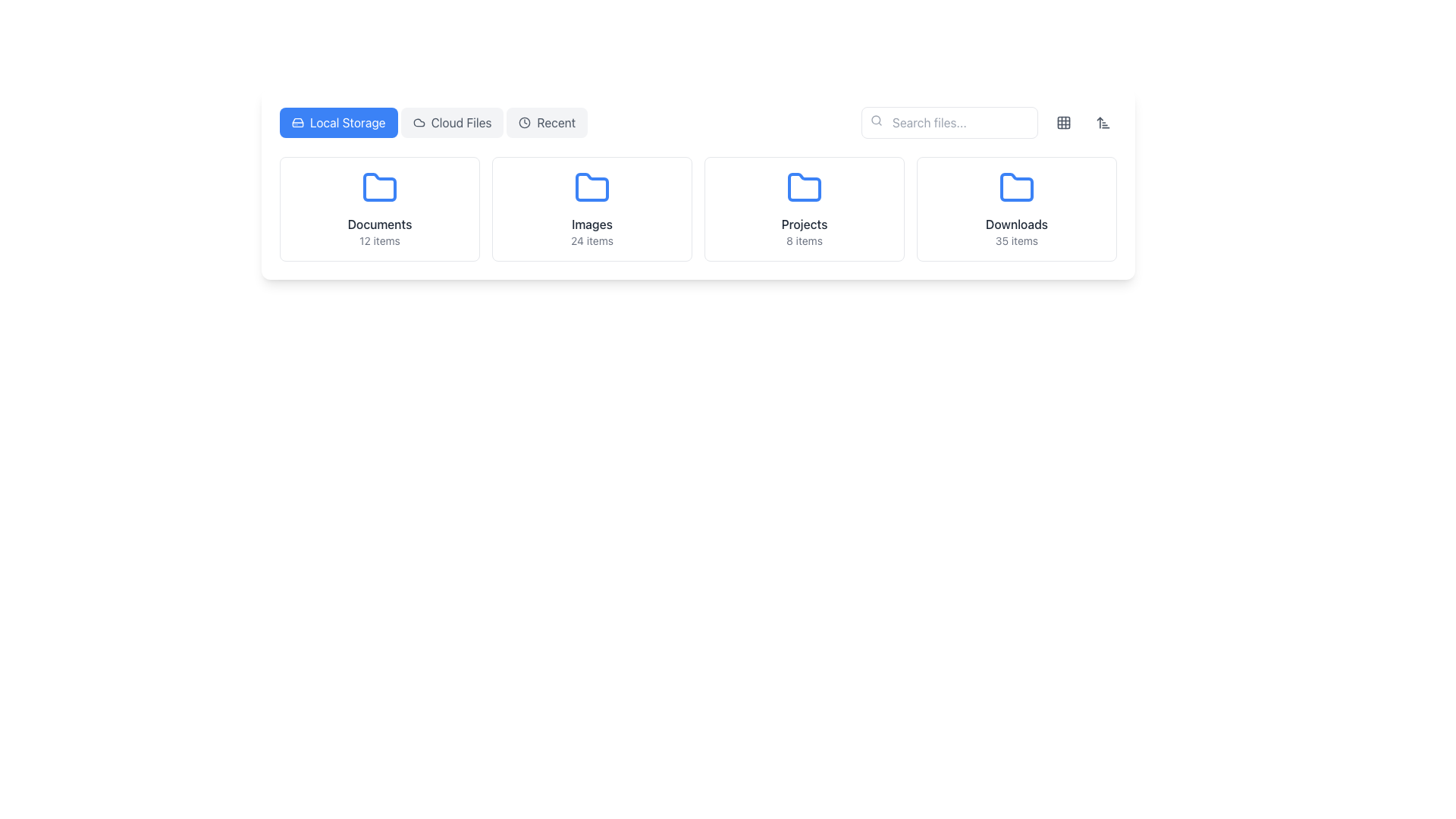 The width and height of the screenshot is (1456, 819). I want to click on the blue folder icon labeled 'Documents' in the first card of the horizontally arranged file categories, so click(379, 187).